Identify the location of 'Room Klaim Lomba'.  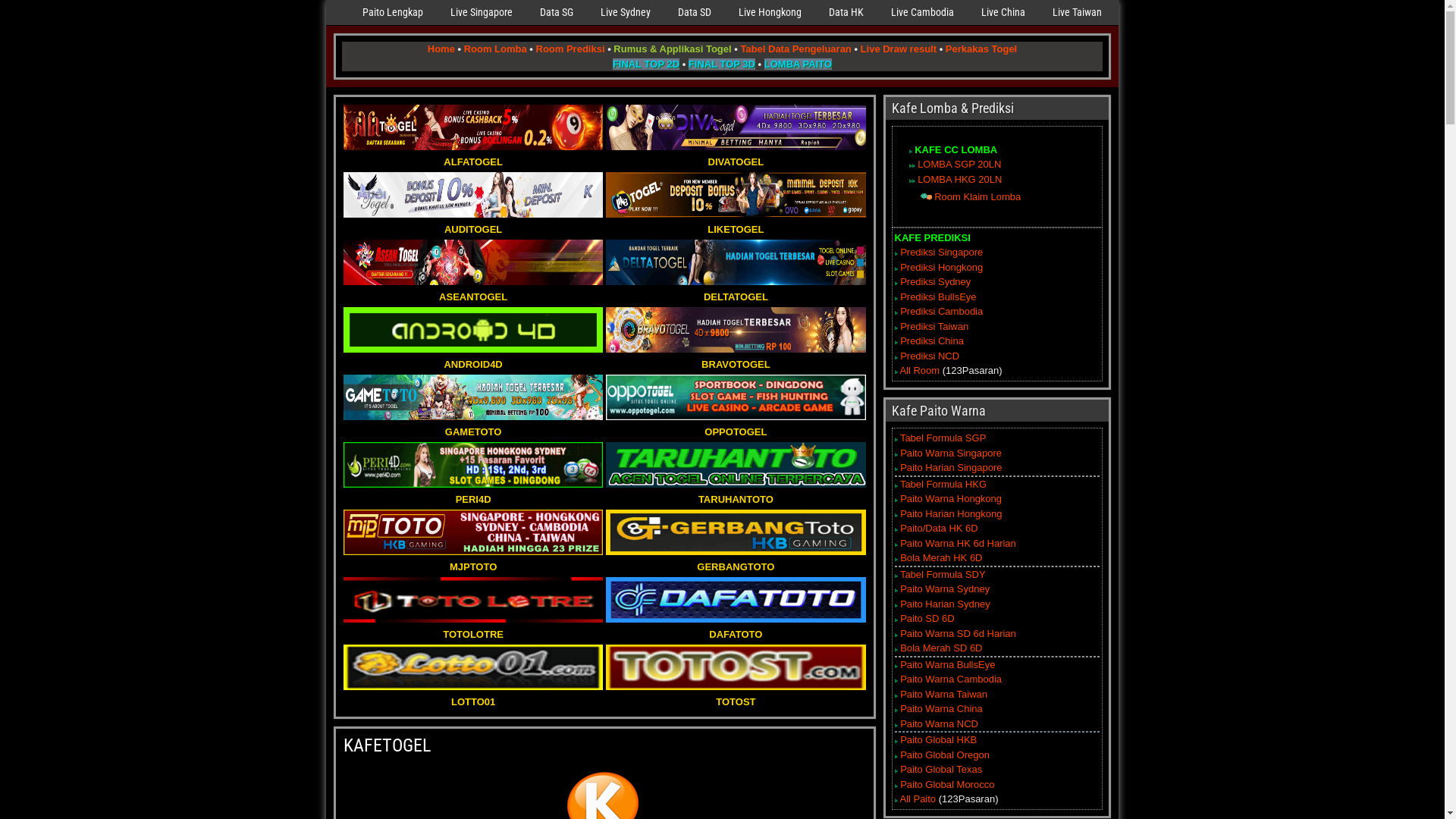
(977, 196).